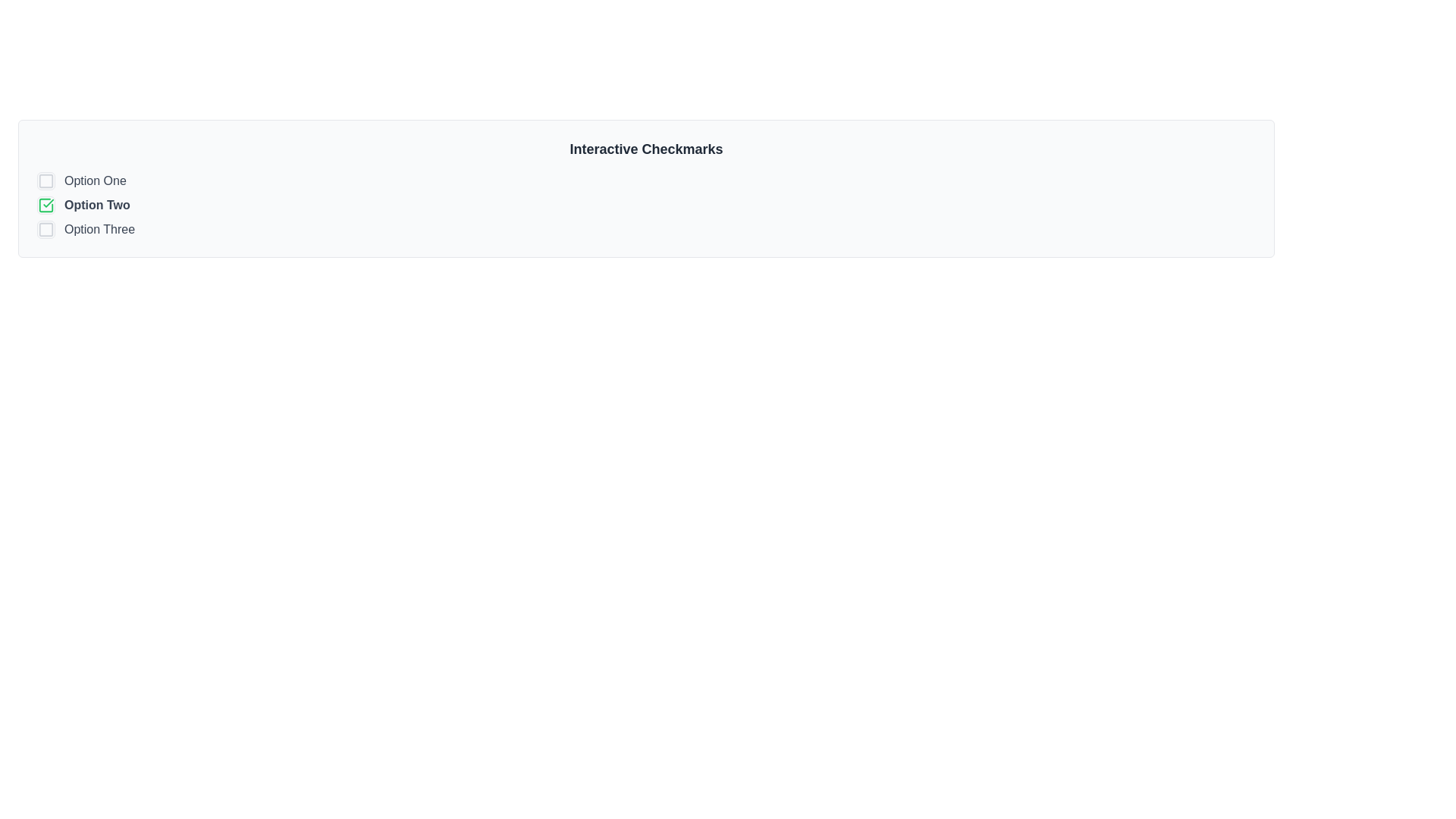 The image size is (1456, 819). What do you see at coordinates (46, 180) in the screenshot?
I see `the icon located to the left of the text 'Option One' at the top of the vertical list` at bounding box center [46, 180].